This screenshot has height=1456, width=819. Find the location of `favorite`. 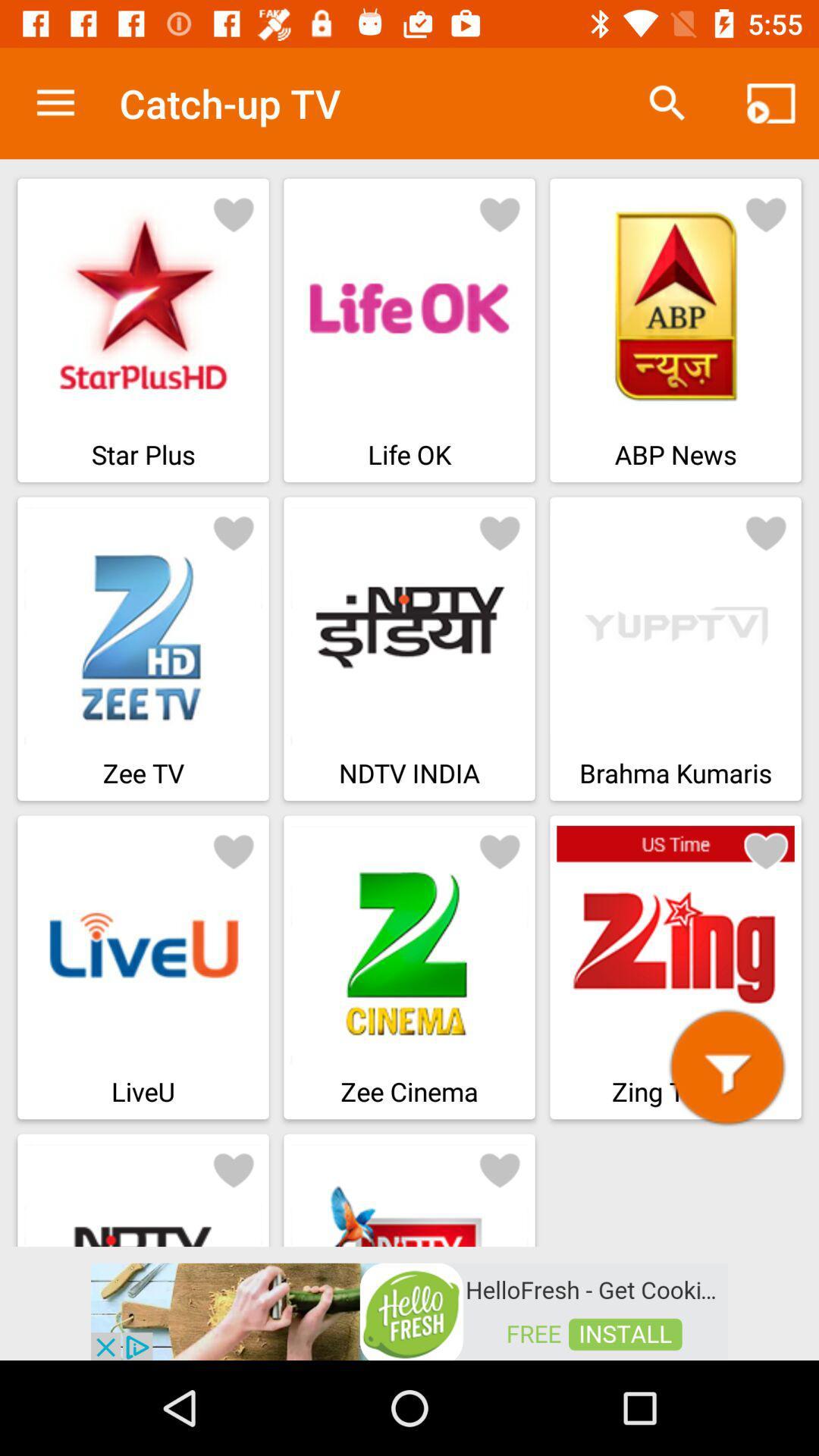

favorite is located at coordinates (500, 1168).